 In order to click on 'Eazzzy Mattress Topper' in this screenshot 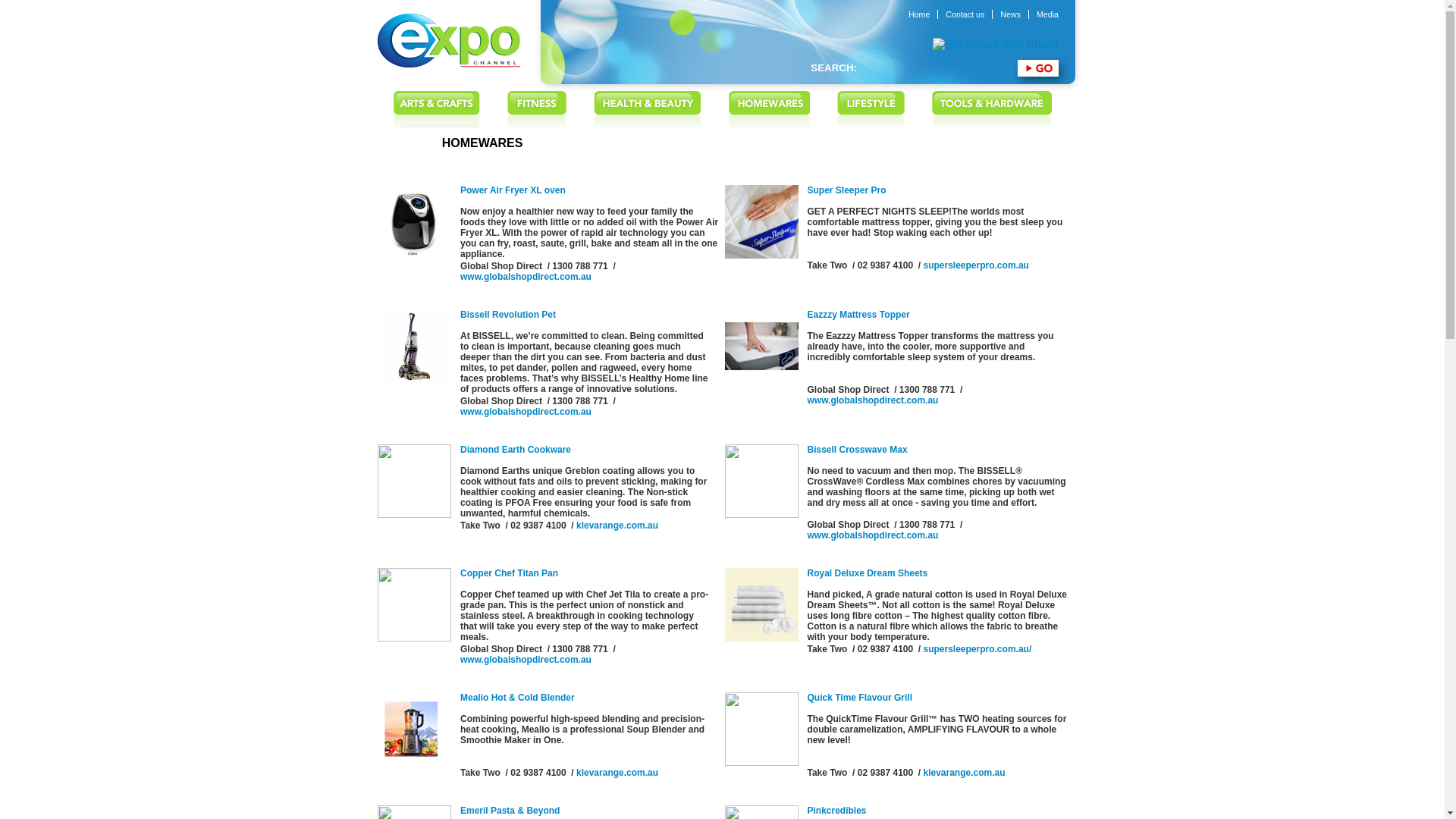, I will do `click(858, 314)`.